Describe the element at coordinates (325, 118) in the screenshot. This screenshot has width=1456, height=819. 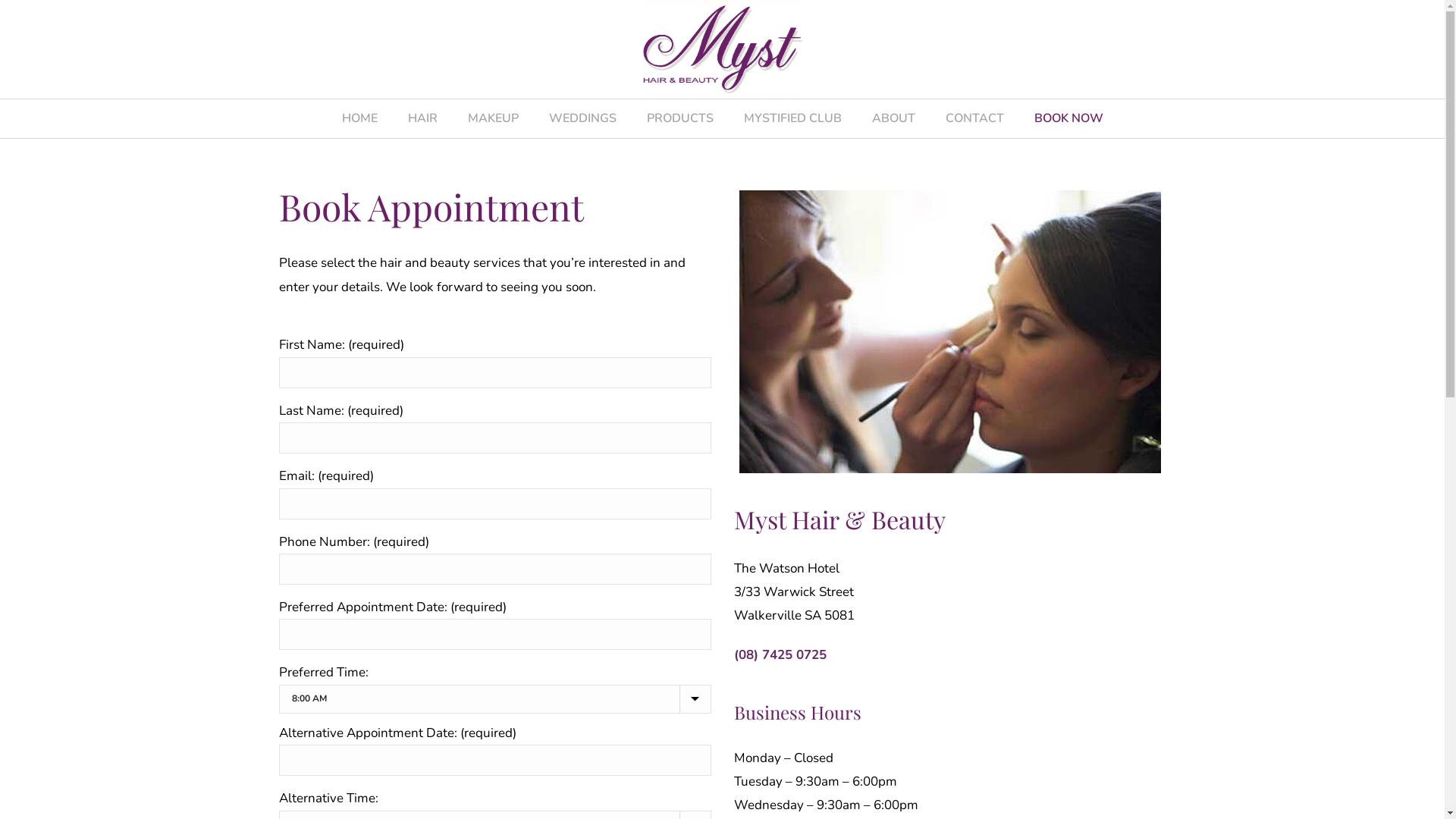
I see `'HOME'` at that location.